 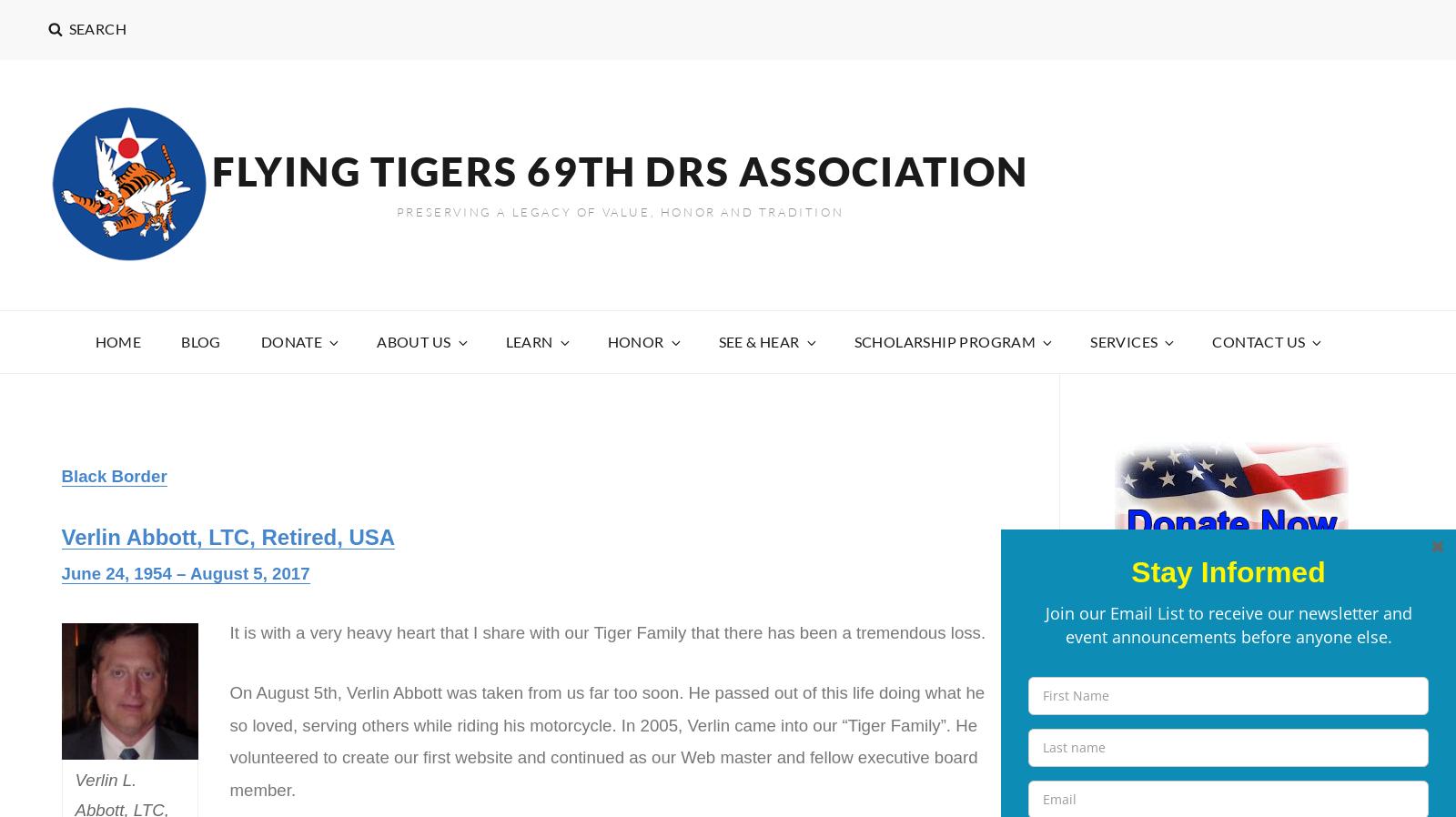 What do you see at coordinates (619, 170) in the screenshot?
I see `'Flying Tigers 69th DRS Association'` at bounding box center [619, 170].